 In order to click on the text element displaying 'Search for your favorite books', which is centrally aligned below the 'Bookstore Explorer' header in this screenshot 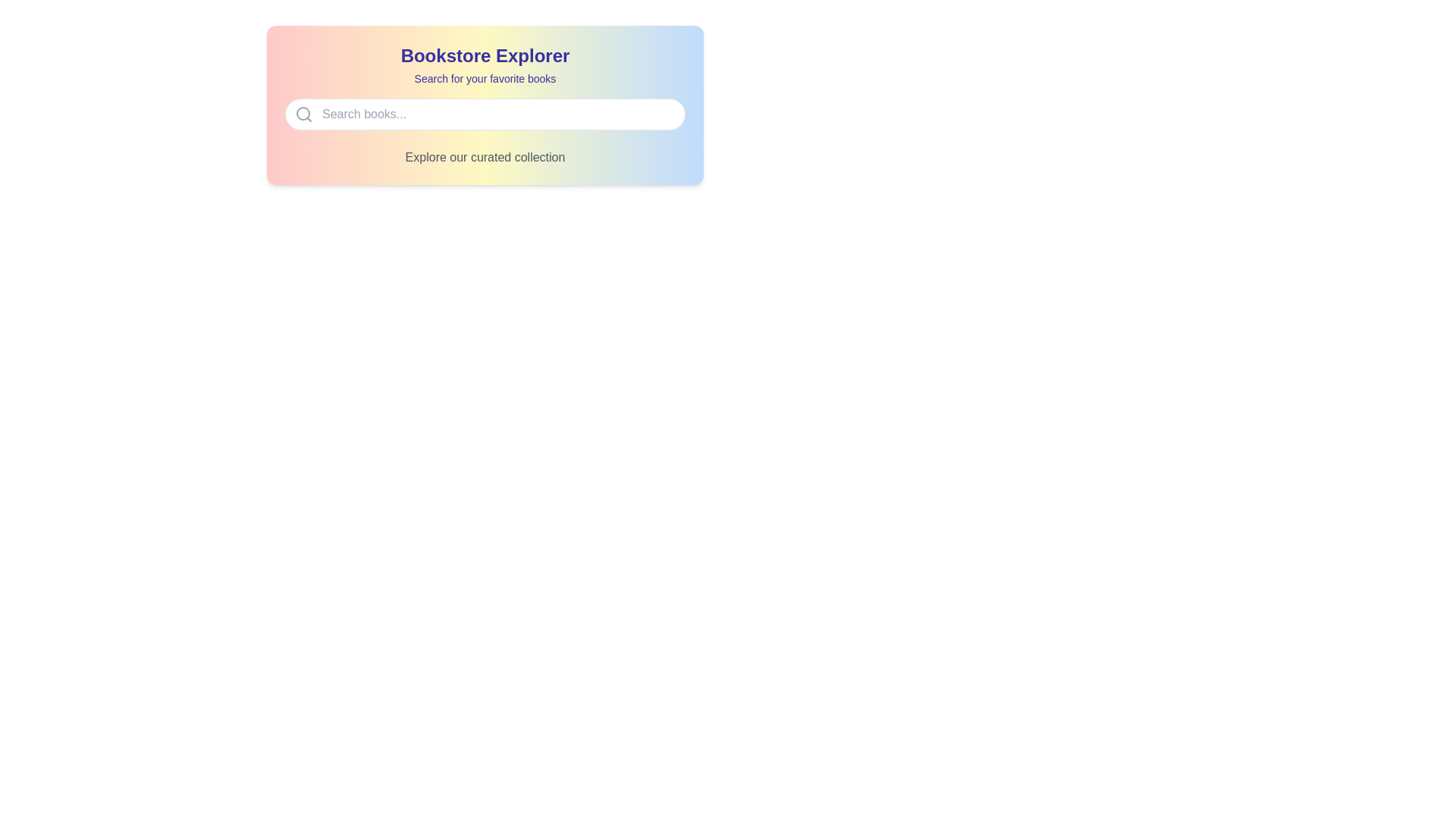, I will do `click(484, 79)`.